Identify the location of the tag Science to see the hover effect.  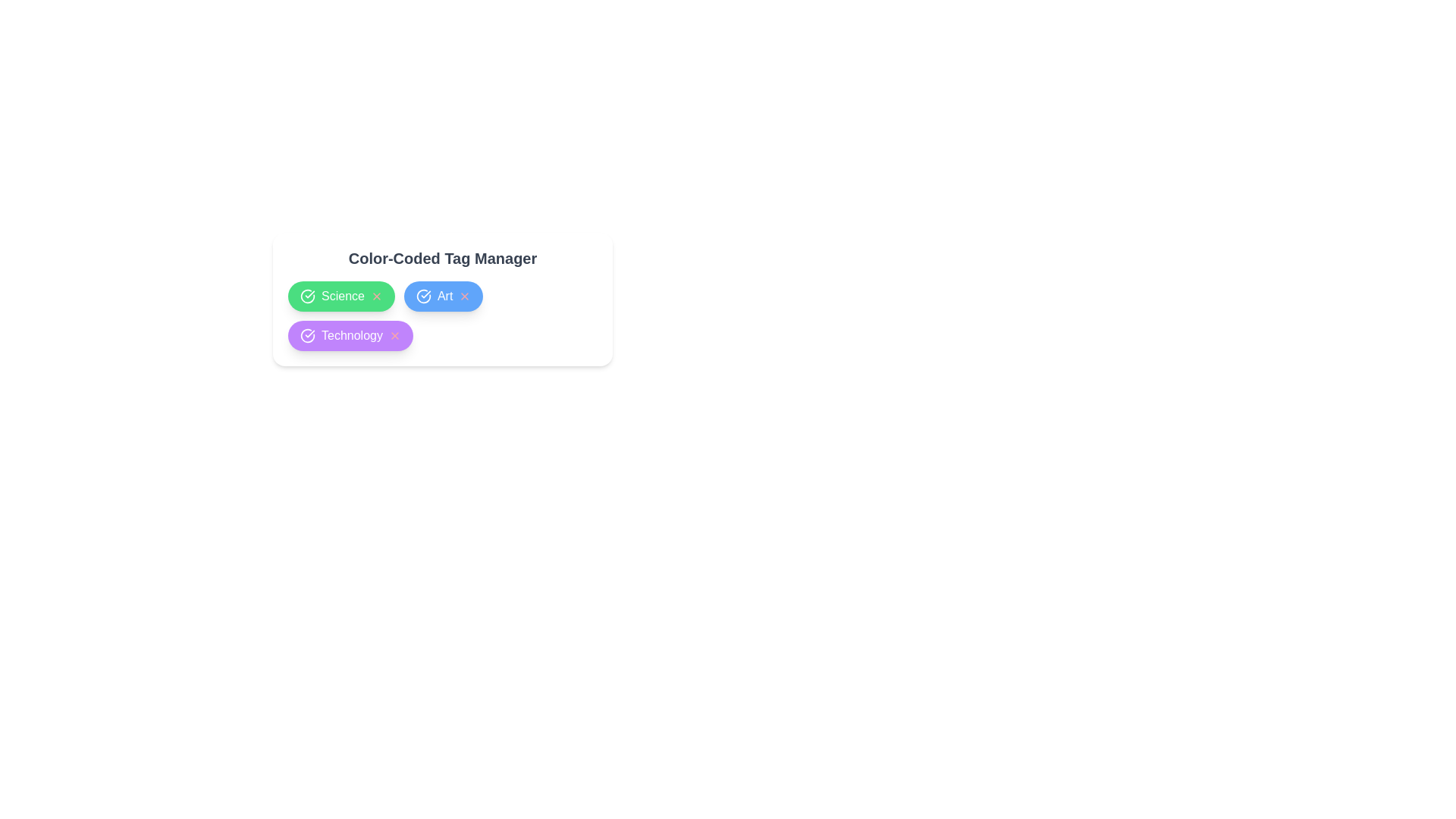
(340, 296).